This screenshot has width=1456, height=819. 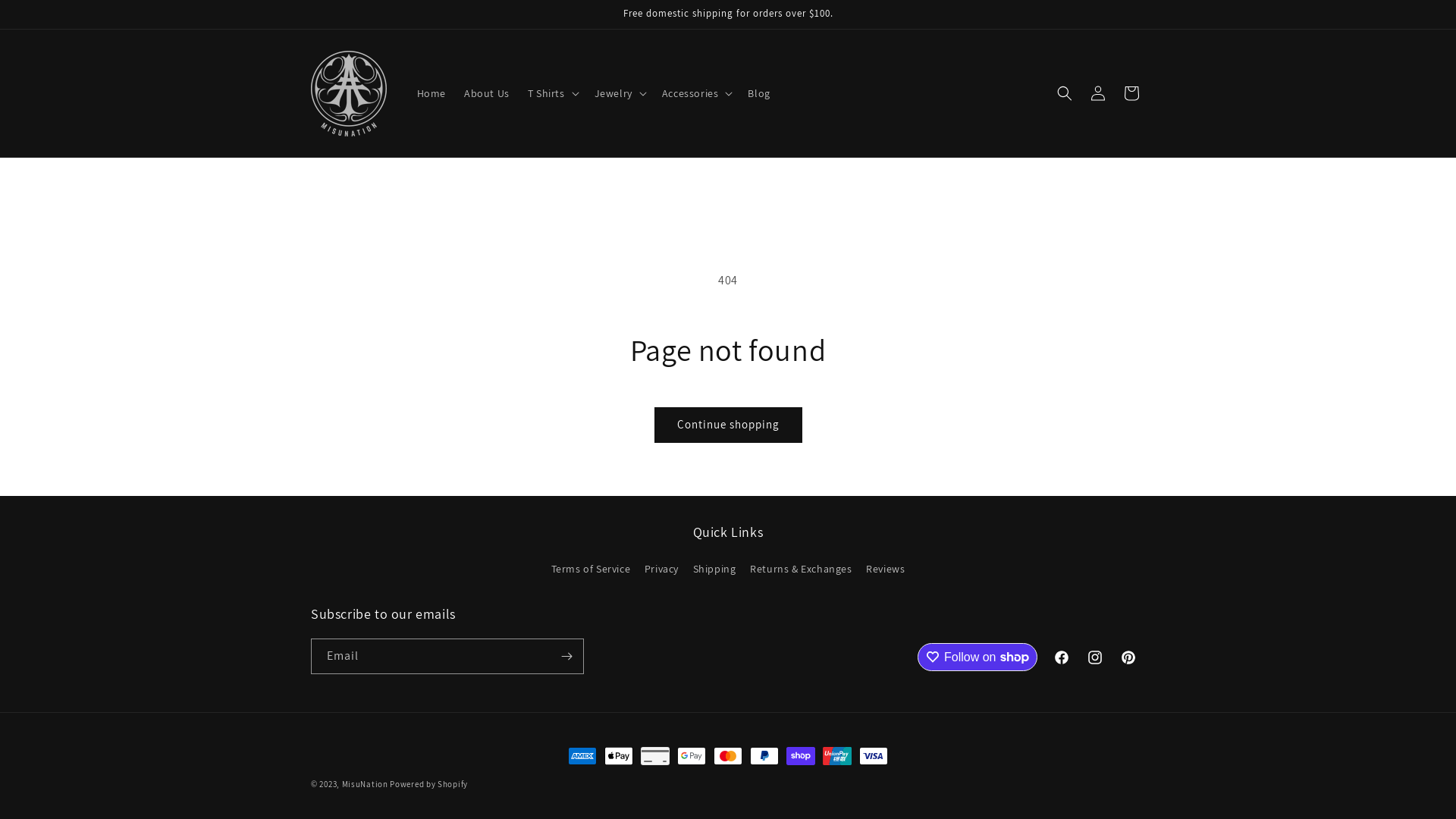 I want to click on 'About Us', so click(x=487, y=93).